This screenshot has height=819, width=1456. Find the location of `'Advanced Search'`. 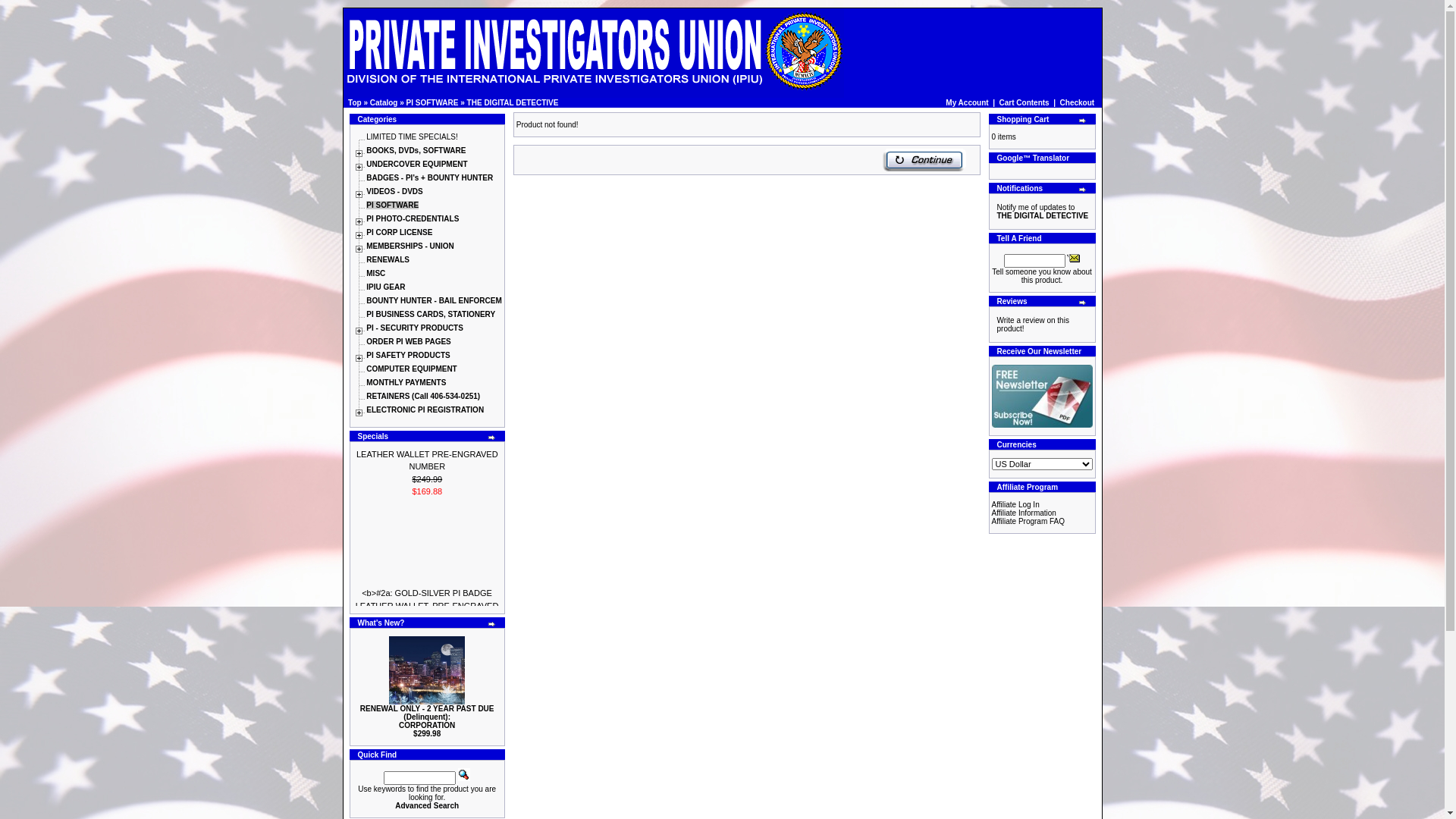

'Advanced Search' is located at coordinates (425, 805).